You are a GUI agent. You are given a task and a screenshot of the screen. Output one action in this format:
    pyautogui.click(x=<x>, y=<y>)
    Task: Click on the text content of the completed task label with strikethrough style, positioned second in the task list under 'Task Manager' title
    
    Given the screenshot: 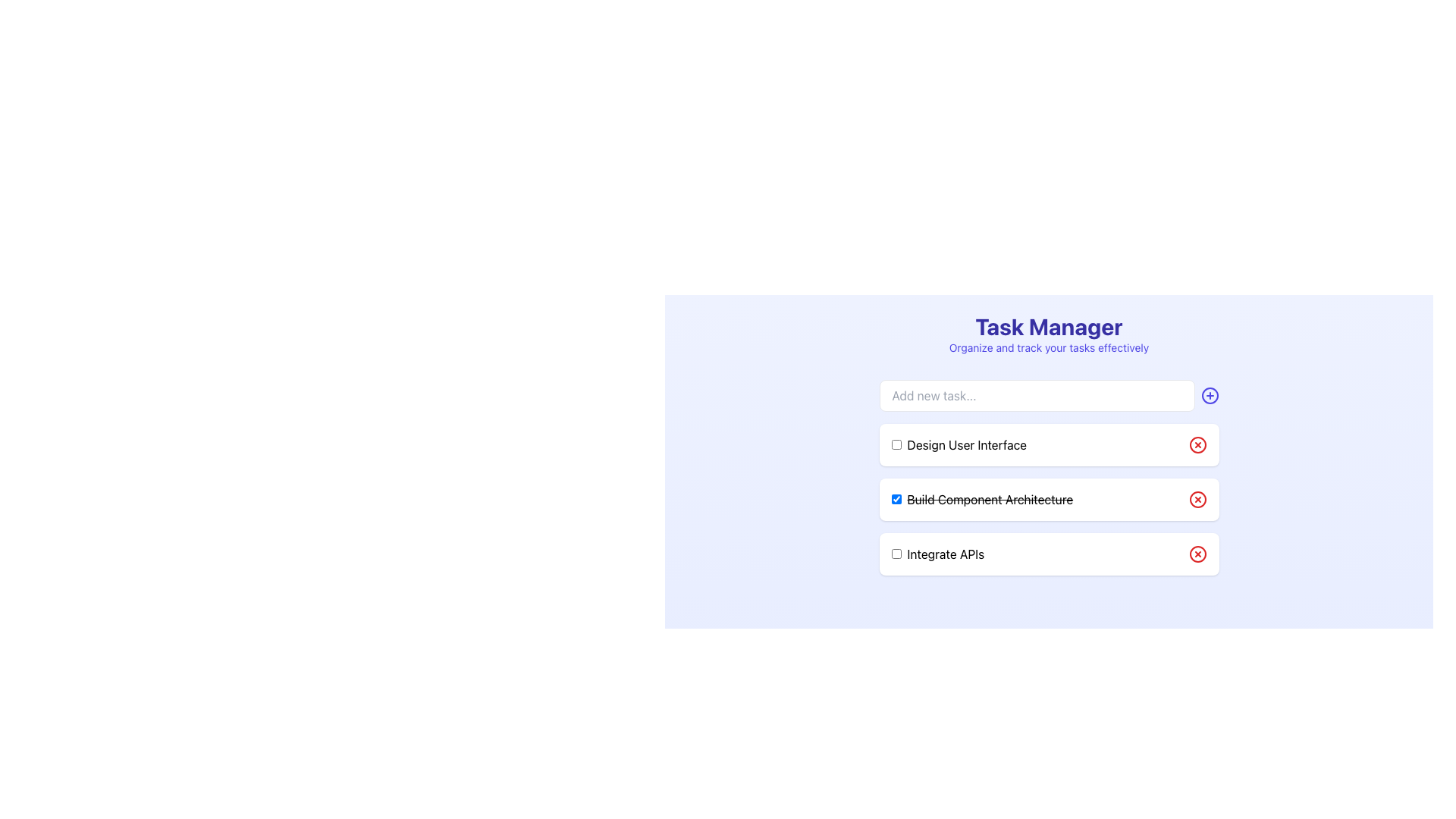 What is the action you would take?
    pyautogui.click(x=982, y=500)
    